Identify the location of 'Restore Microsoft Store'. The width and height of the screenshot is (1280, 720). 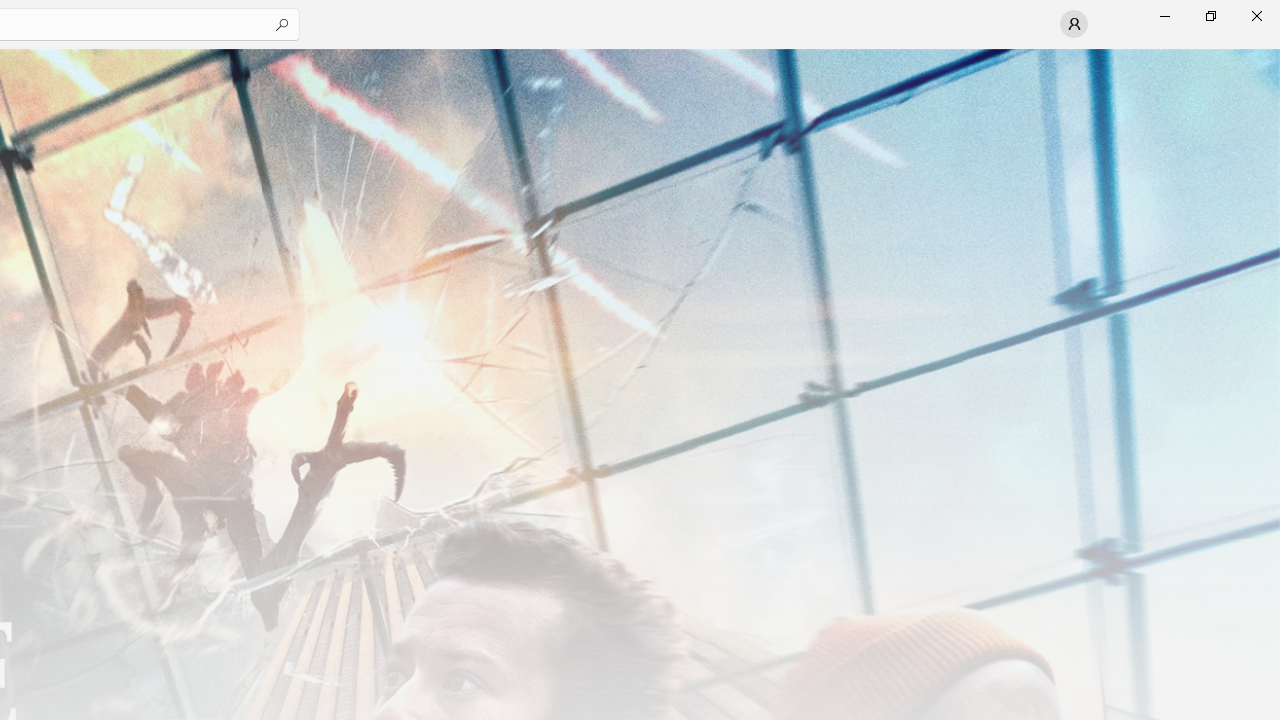
(1209, 15).